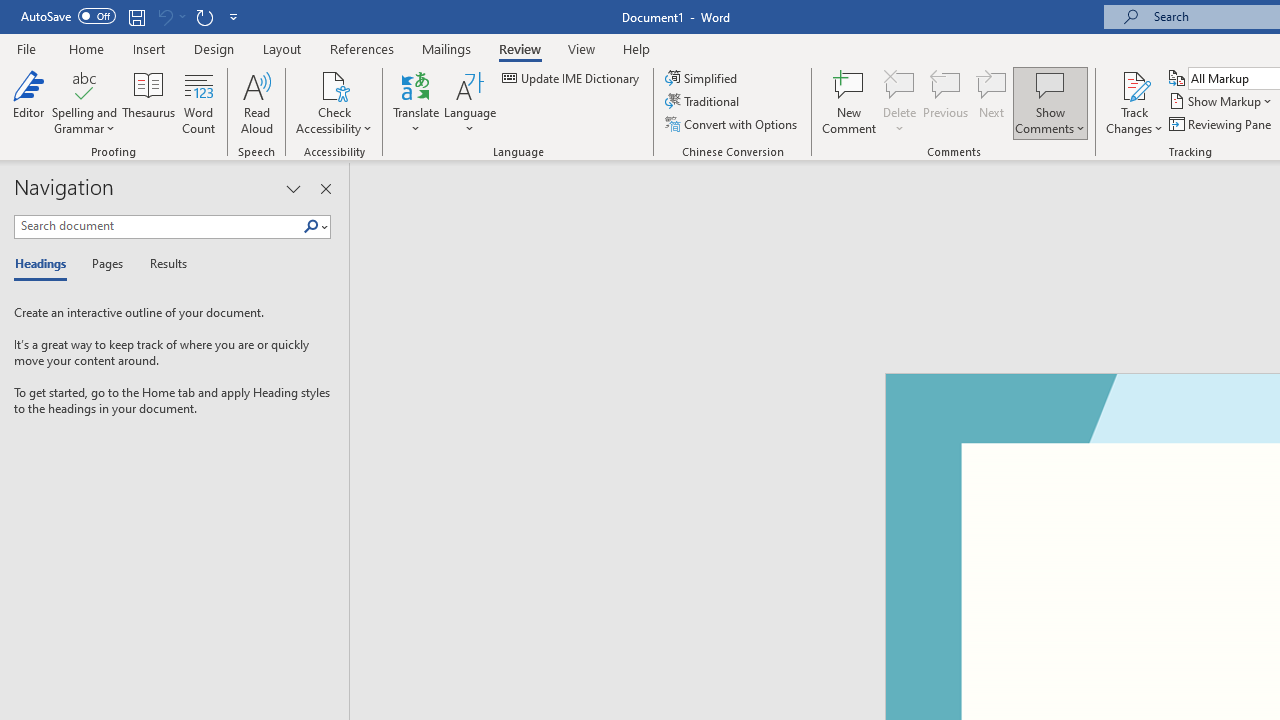  What do you see at coordinates (135, 16) in the screenshot?
I see `'Save'` at bounding box center [135, 16].